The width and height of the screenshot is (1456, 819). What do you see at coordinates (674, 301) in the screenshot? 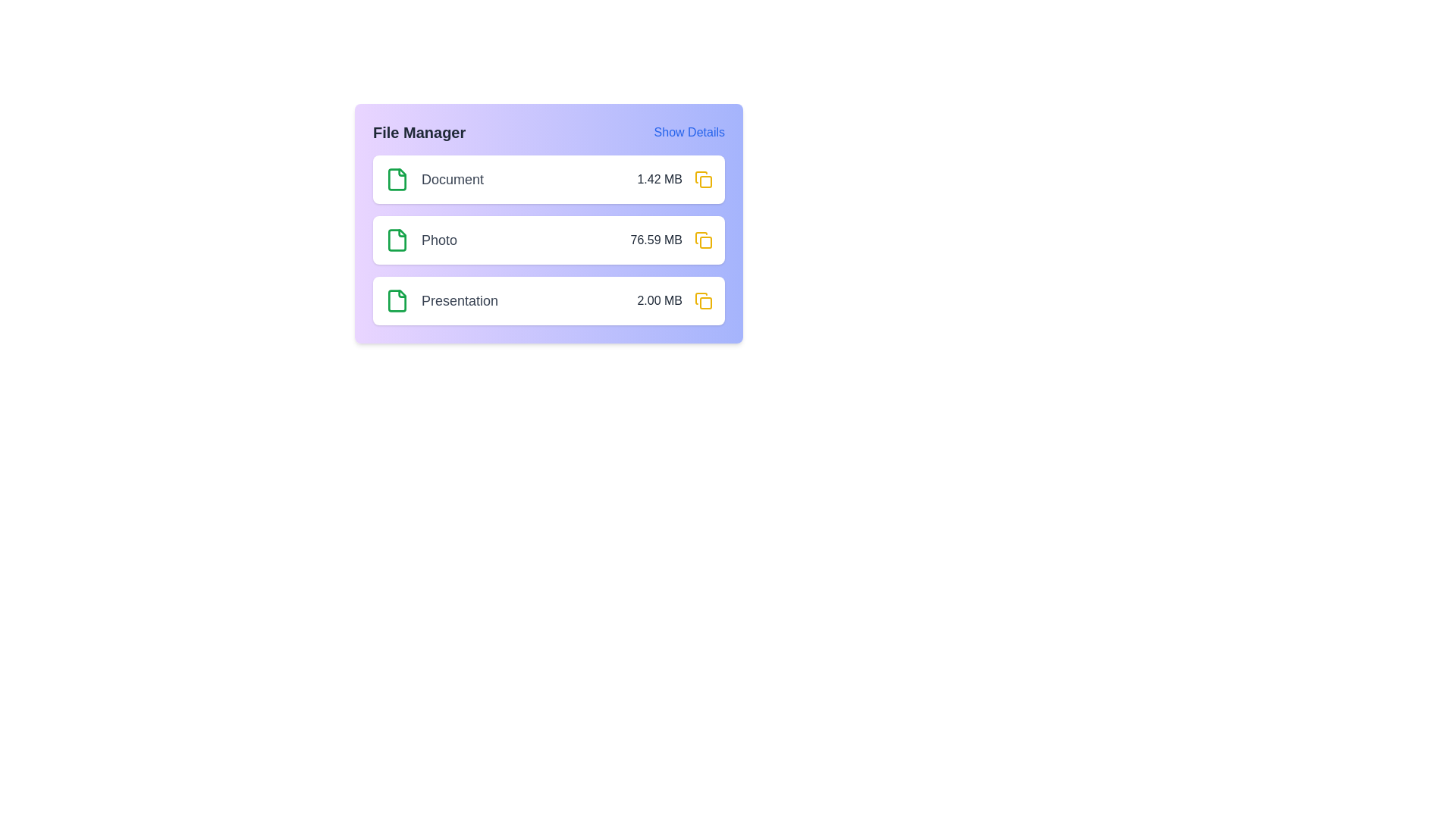
I see `the text label displaying the file size information for the 'Presentation' entry, located at the bottom-most row of the file list interface, next to the yellow folder icon` at bounding box center [674, 301].